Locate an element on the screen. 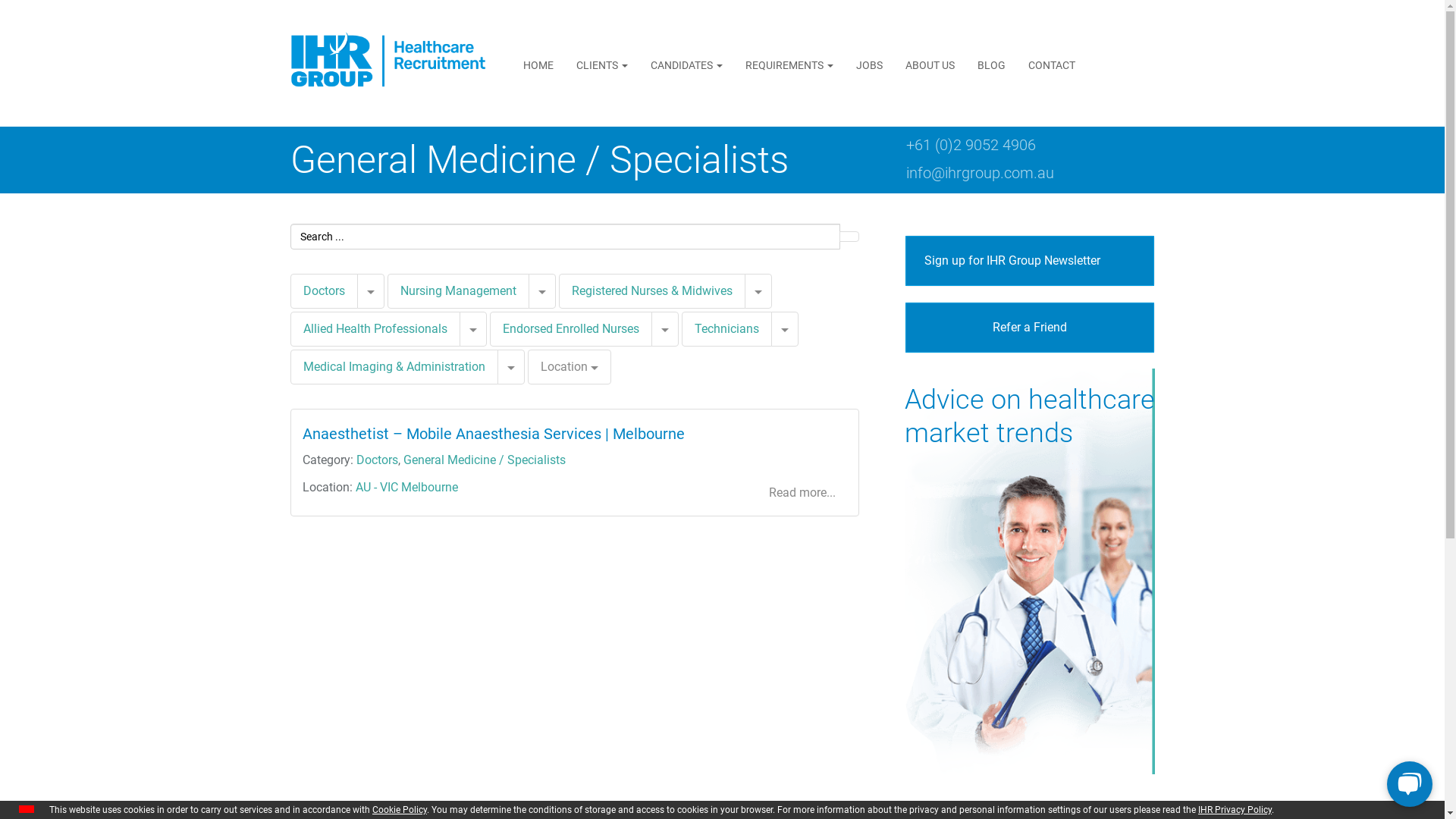 Image resolution: width=1456 pixels, height=819 pixels. 'Toggle Dropdown' is located at coordinates (528, 291).